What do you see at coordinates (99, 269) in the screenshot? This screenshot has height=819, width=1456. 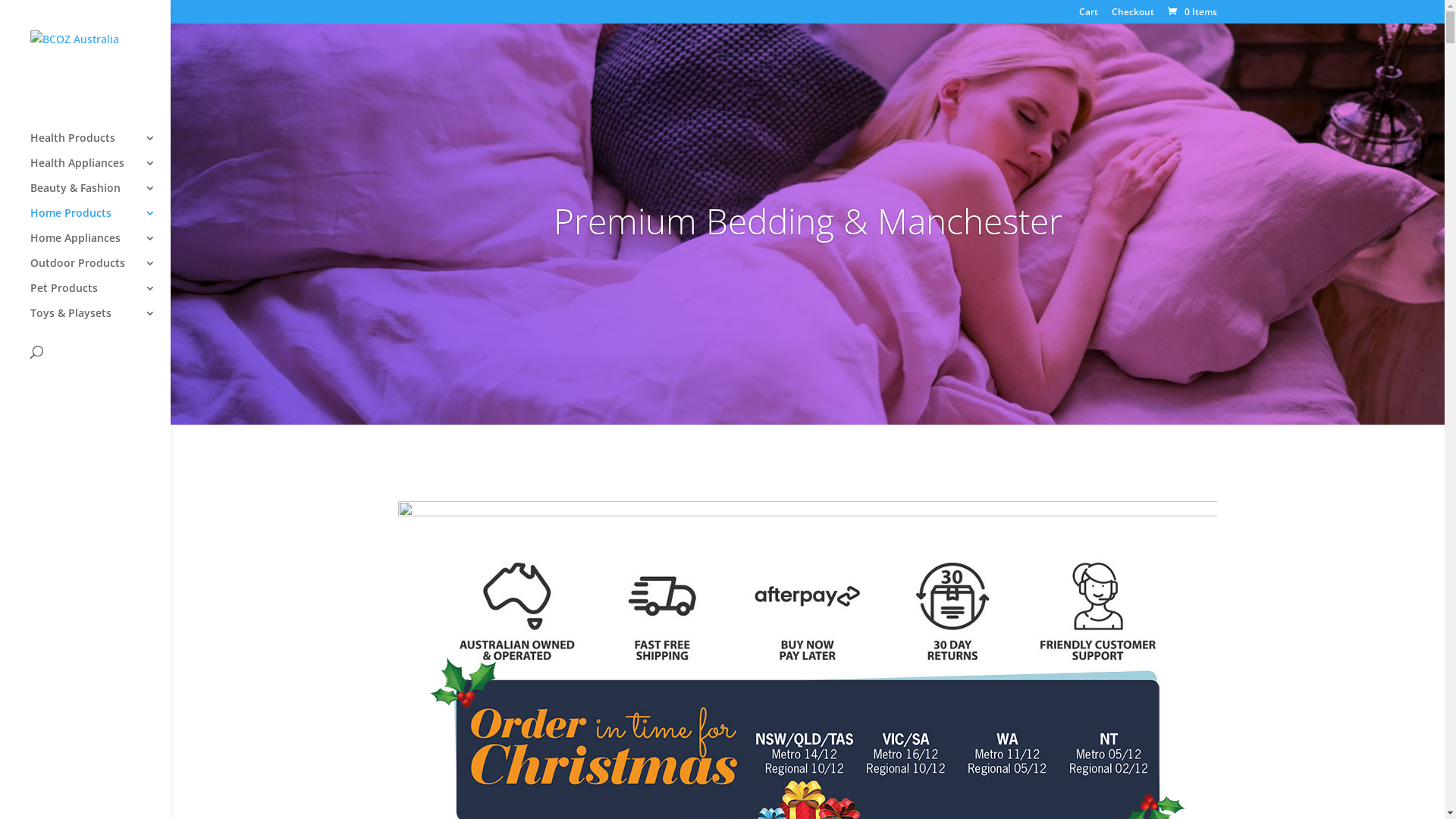 I see `'Outdoor Products'` at bounding box center [99, 269].